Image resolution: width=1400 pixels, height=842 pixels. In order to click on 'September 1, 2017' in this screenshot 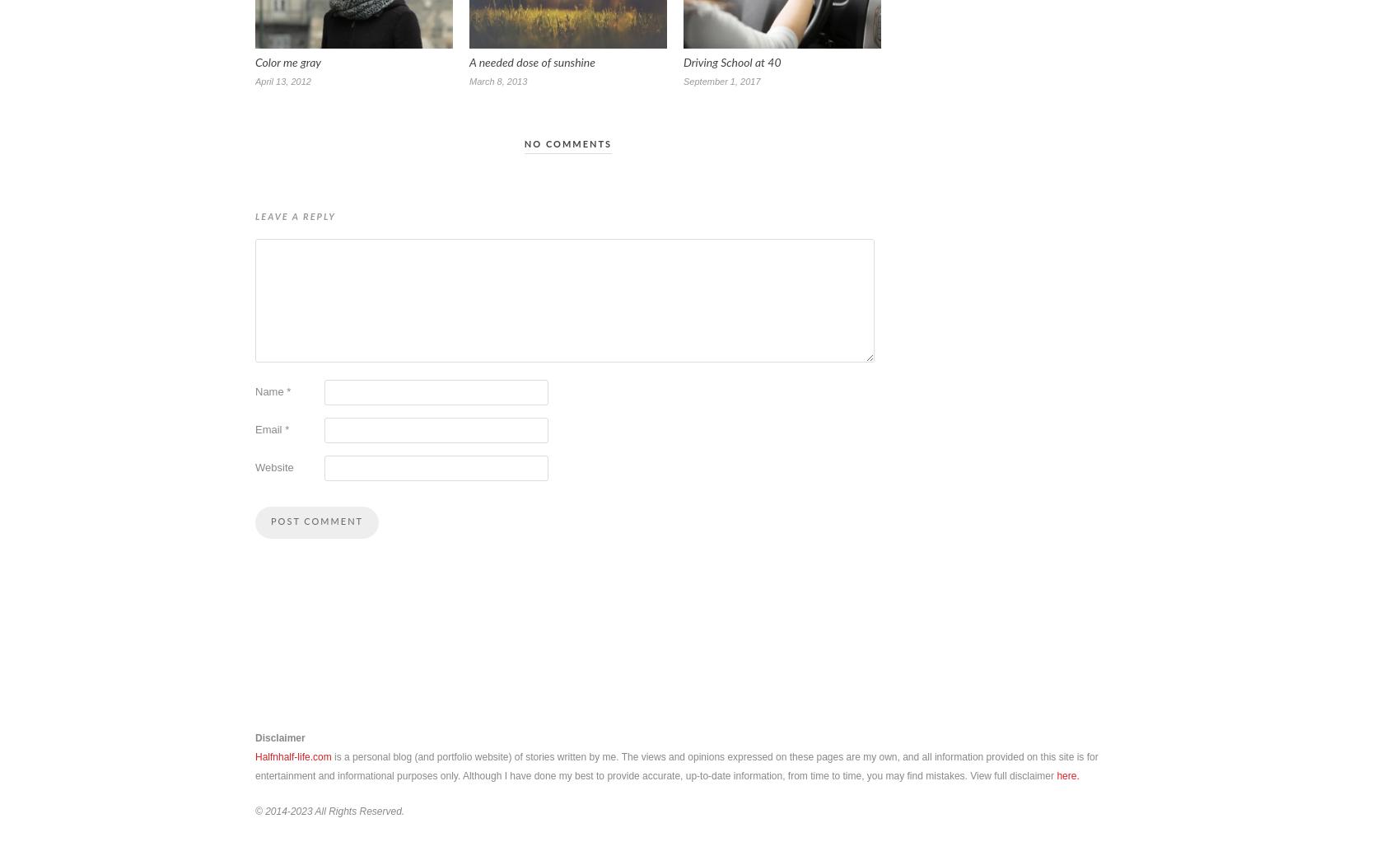, I will do `click(721, 81)`.